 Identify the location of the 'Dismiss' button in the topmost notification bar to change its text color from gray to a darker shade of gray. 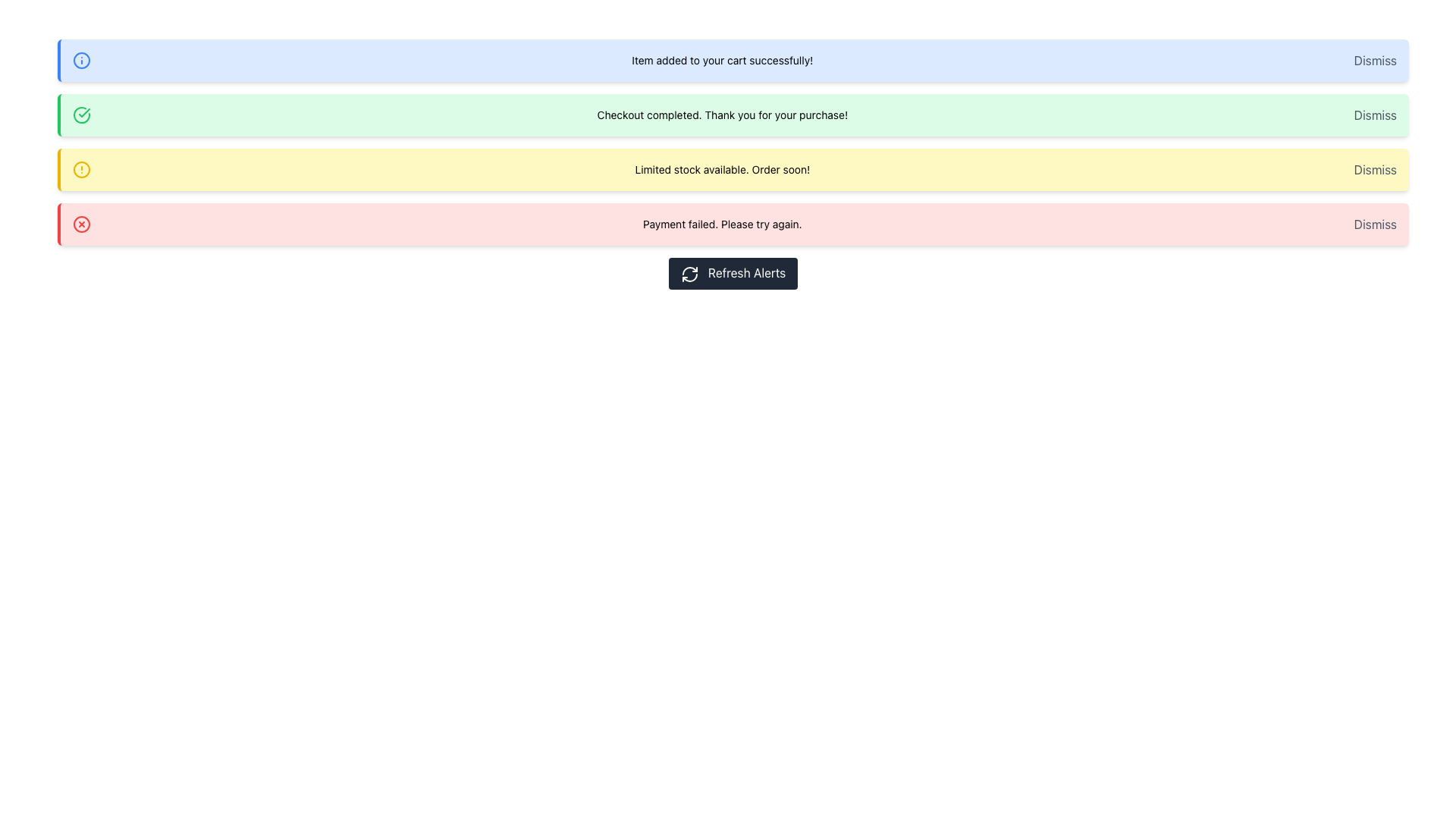
(1375, 60).